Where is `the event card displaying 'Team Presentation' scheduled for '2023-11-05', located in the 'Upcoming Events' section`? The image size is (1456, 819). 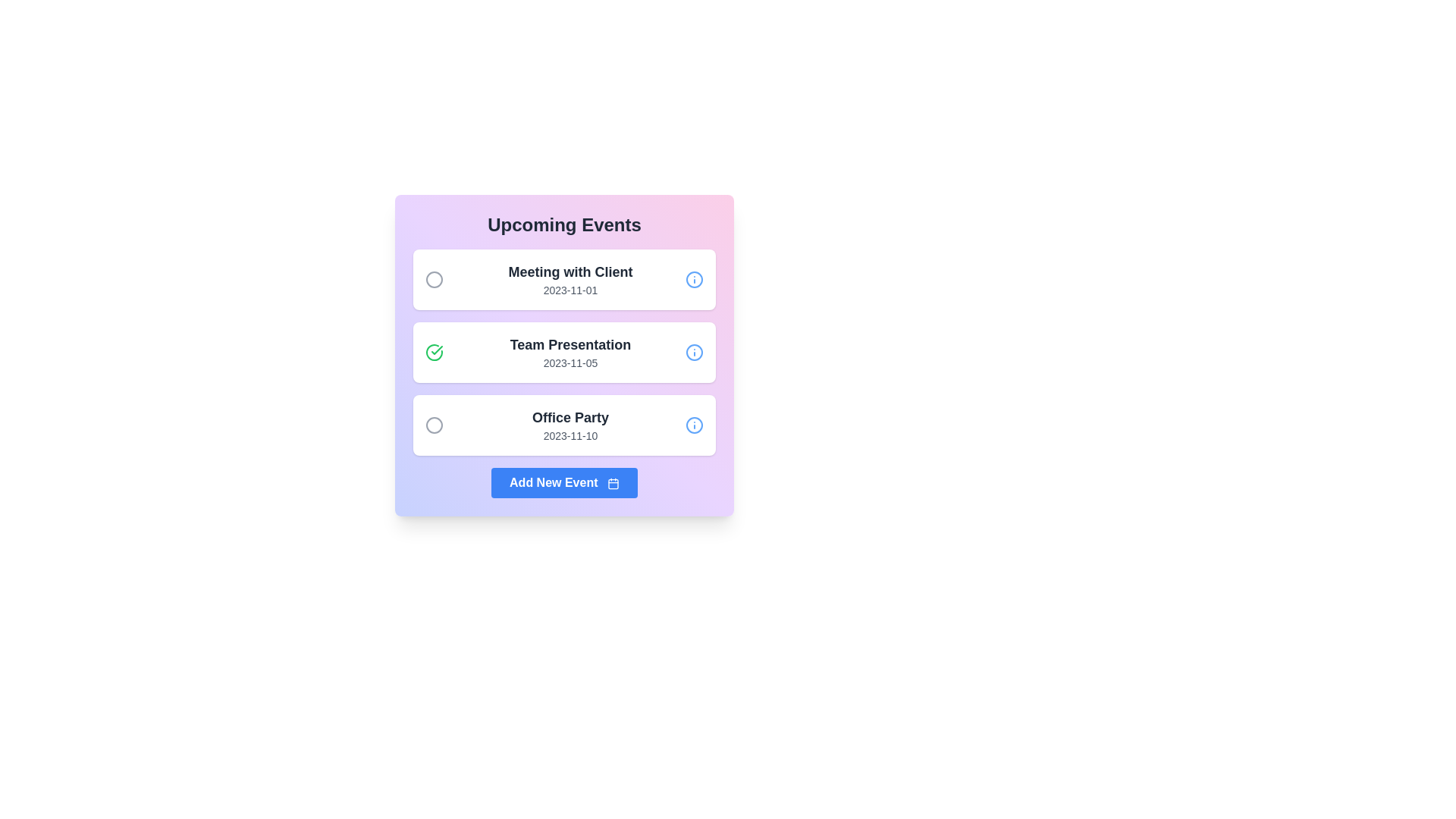 the event card displaying 'Team Presentation' scheduled for '2023-11-05', located in the 'Upcoming Events' section is located at coordinates (563, 353).